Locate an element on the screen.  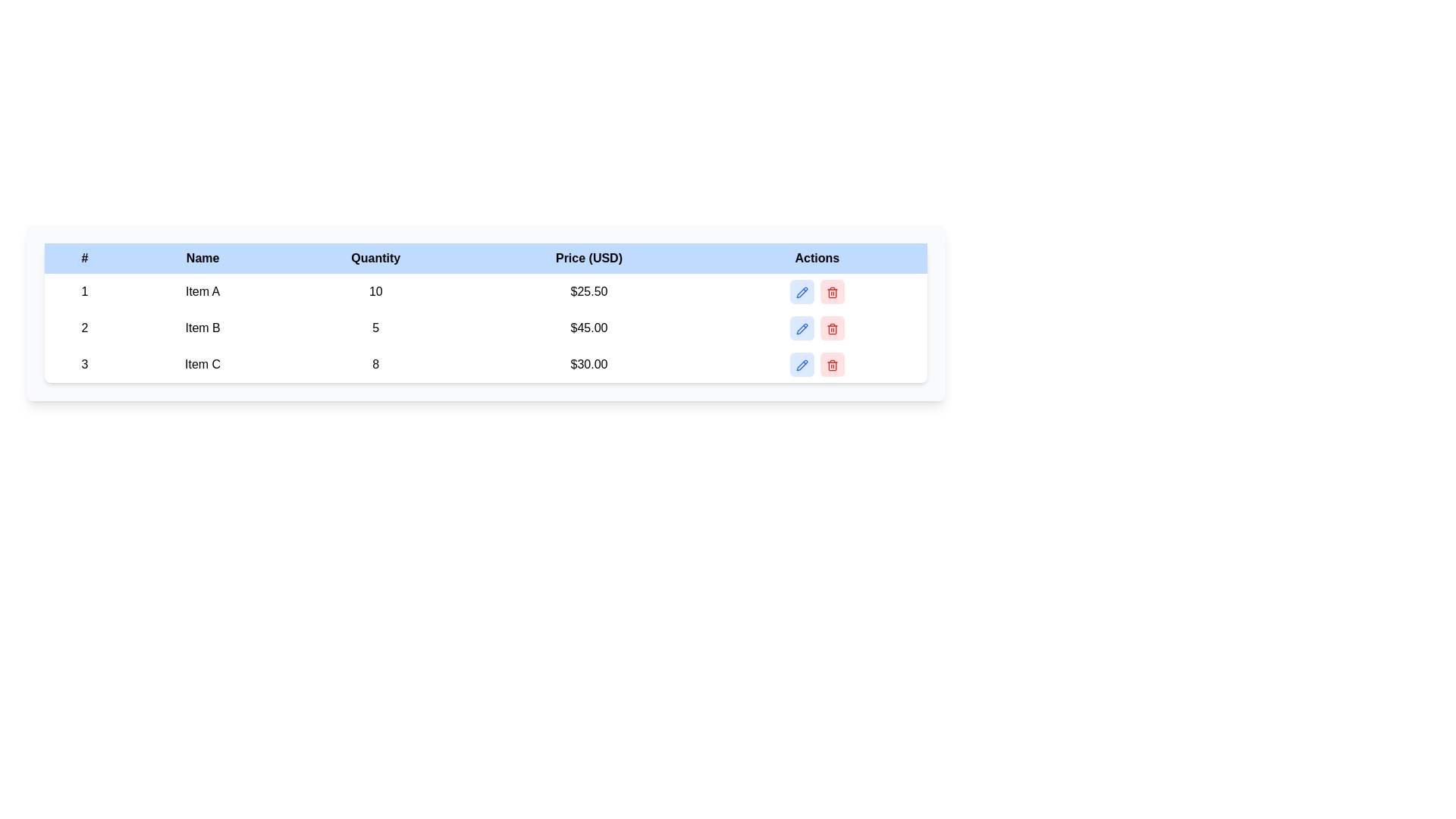
the text label displaying 'Item C' located in the second column of the third row of a table, which is positioned between the numeric entry '3' and the quantity '8' is located at coordinates (202, 365).